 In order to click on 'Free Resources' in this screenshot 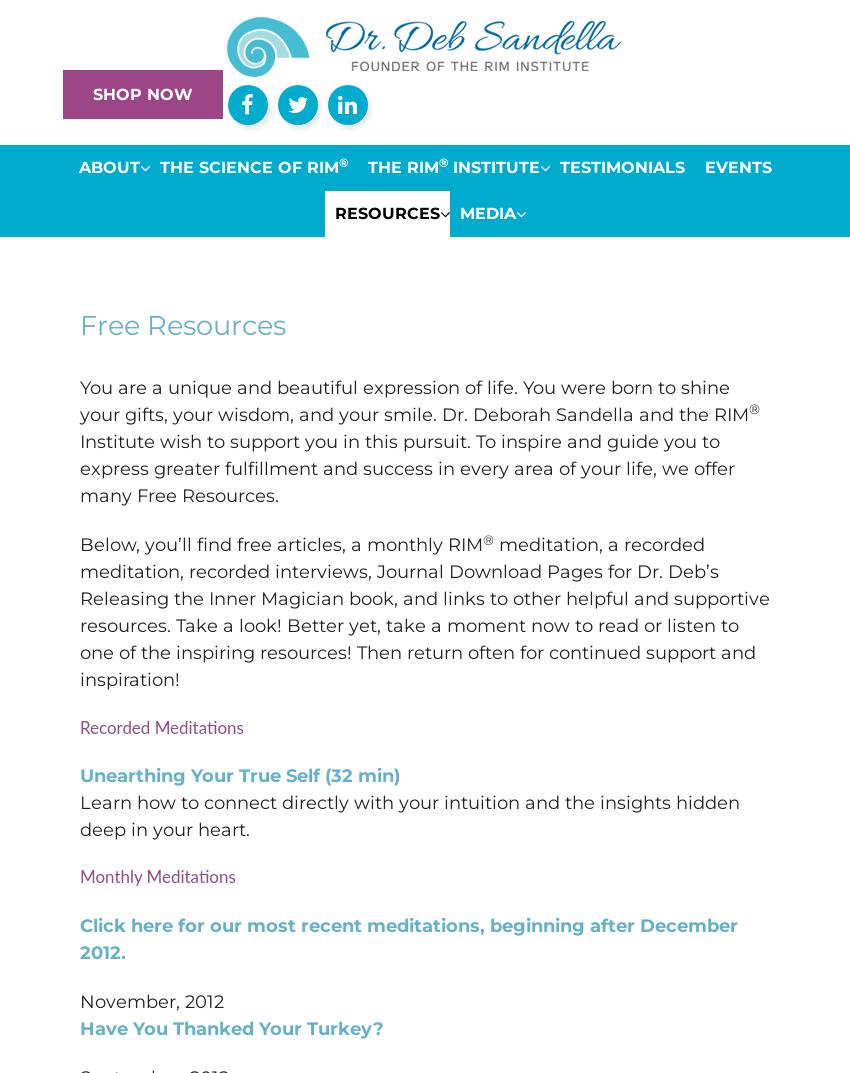, I will do `click(182, 325)`.